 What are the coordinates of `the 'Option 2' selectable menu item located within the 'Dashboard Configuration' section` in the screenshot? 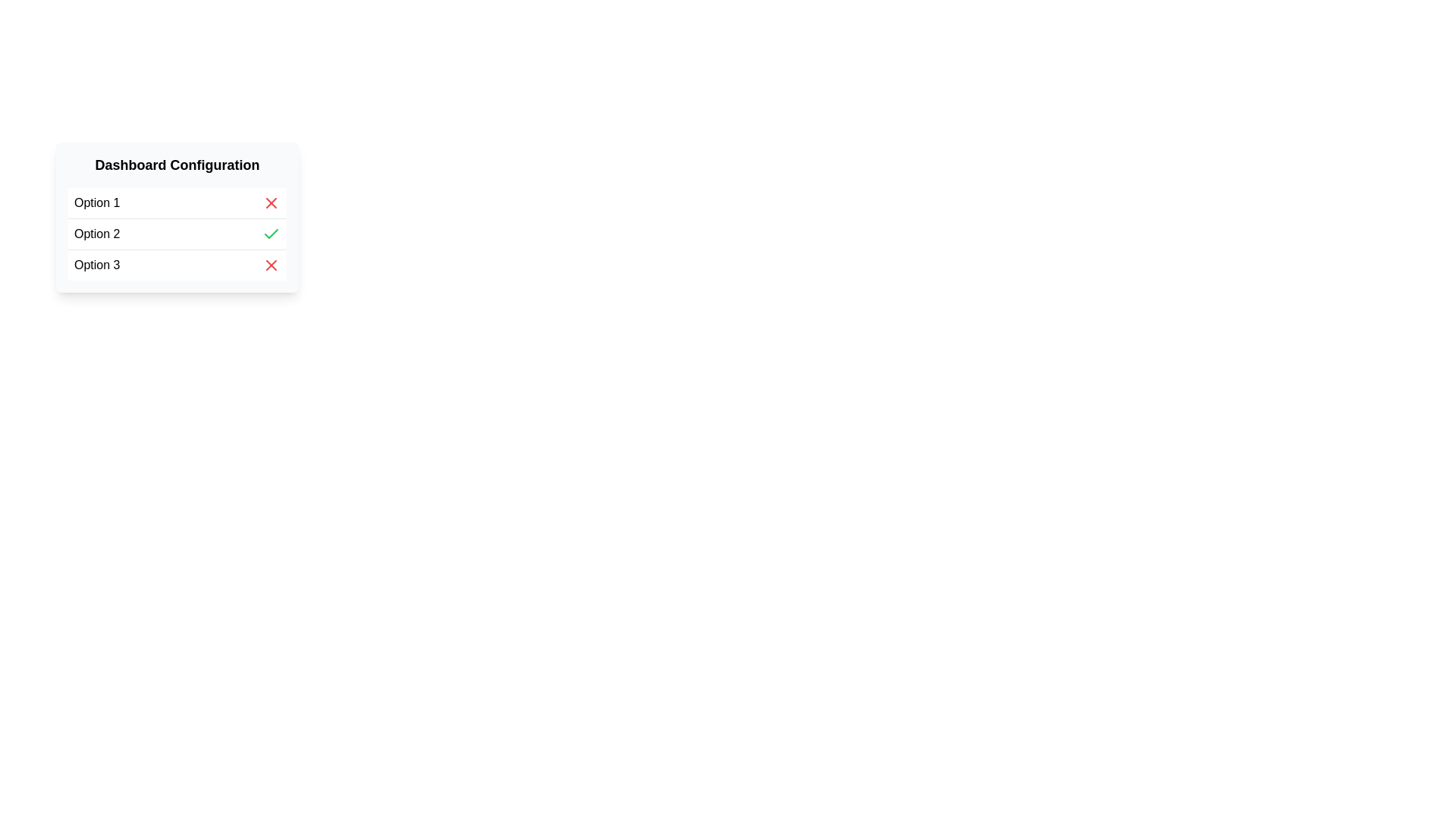 It's located at (177, 217).